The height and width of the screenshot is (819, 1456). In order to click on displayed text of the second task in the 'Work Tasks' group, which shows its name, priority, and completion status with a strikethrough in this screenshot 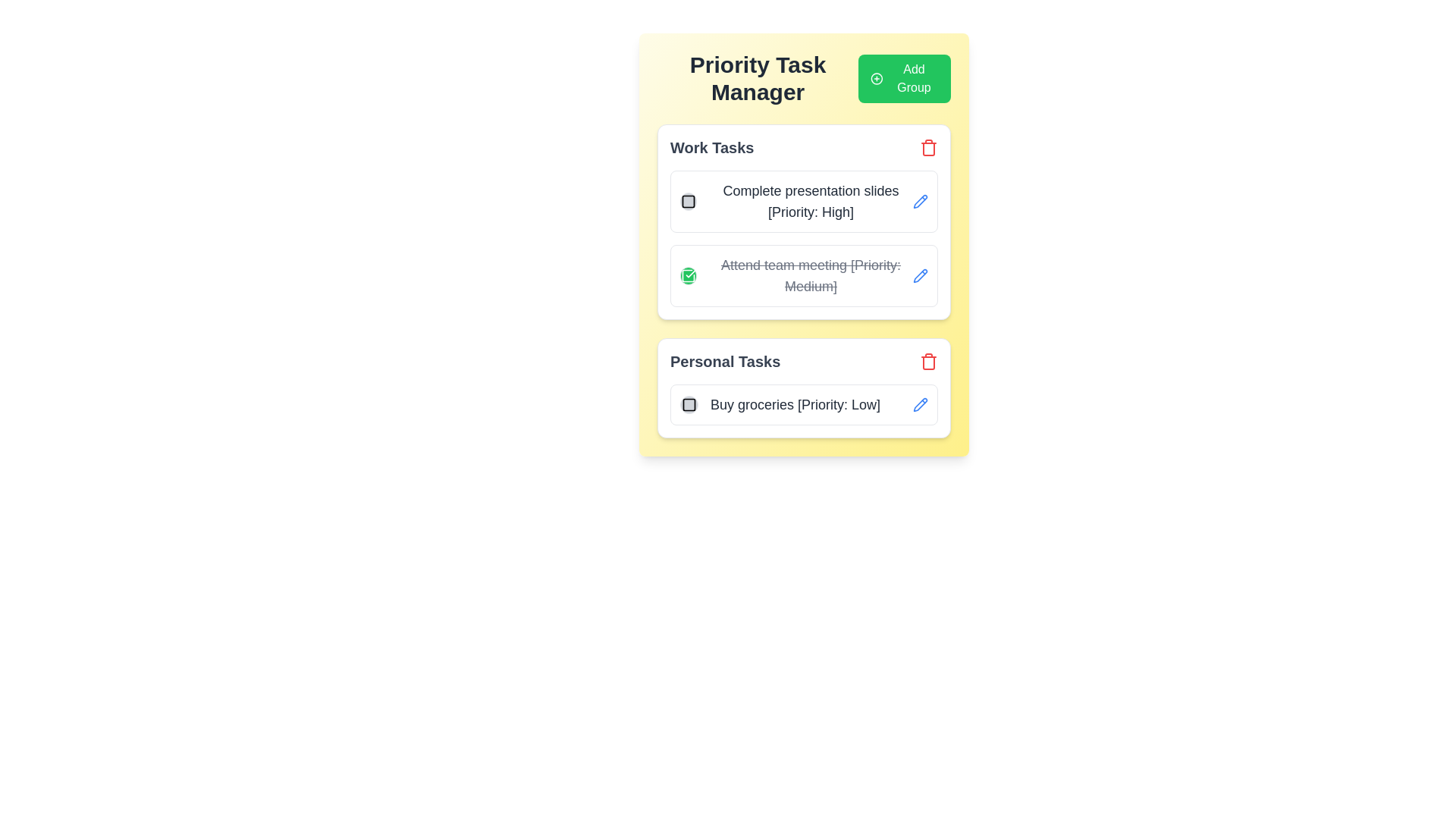, I will do `click(810, 275)`.